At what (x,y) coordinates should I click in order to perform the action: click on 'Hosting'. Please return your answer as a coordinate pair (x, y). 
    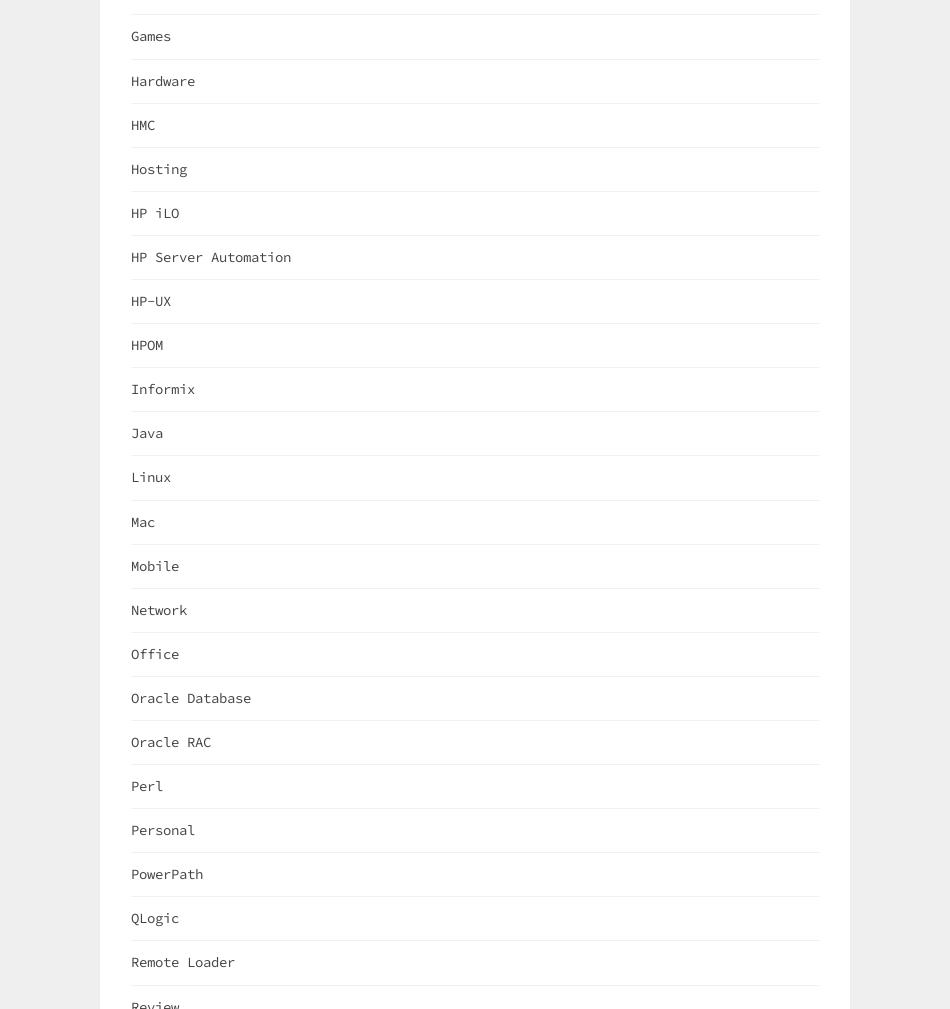
    Looking at the image, I should click on (159, 166).